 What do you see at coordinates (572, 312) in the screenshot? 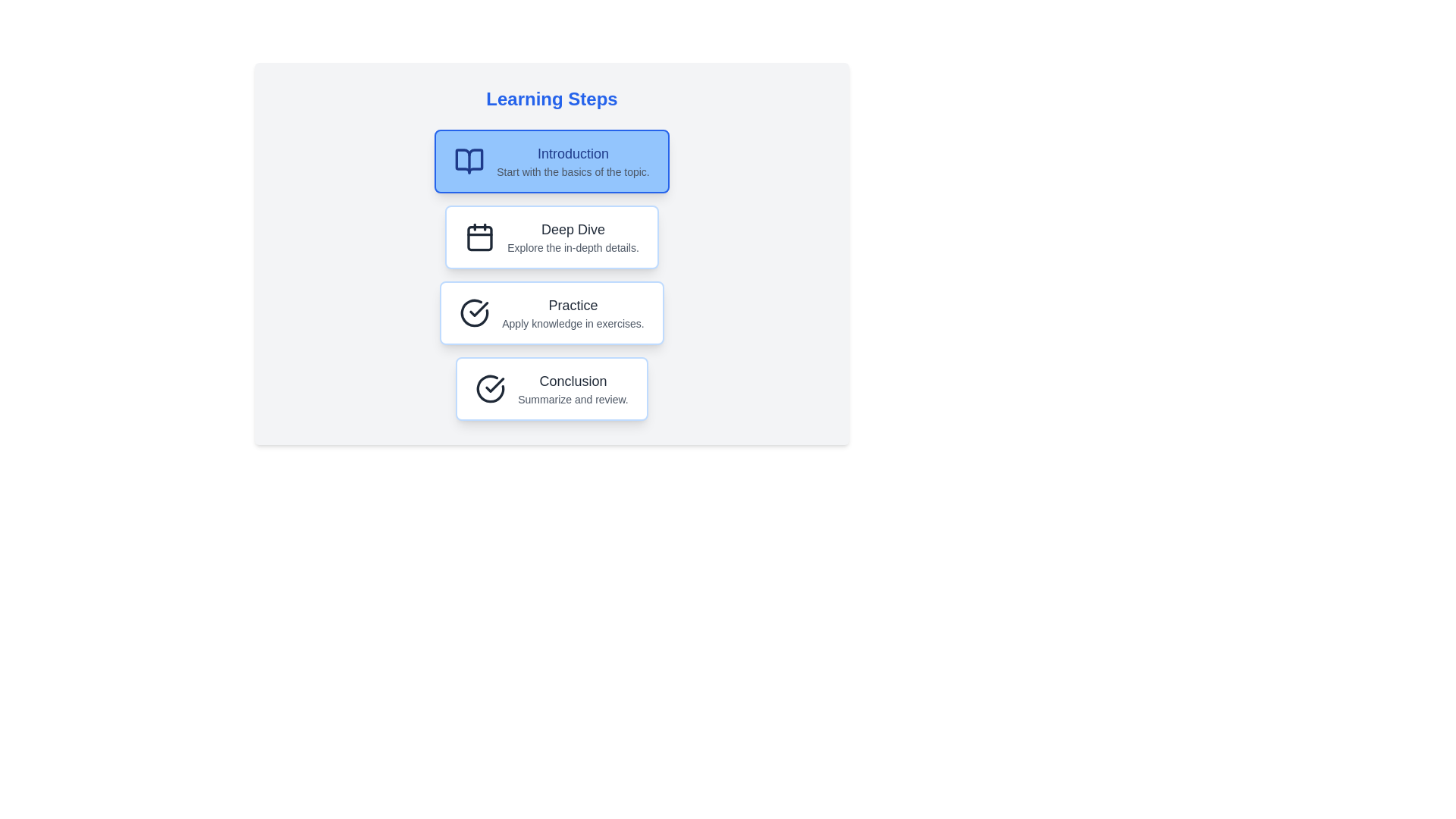
I see `the third button in the vertical list labeled 'Practice'` at bounding box center [572, 312].